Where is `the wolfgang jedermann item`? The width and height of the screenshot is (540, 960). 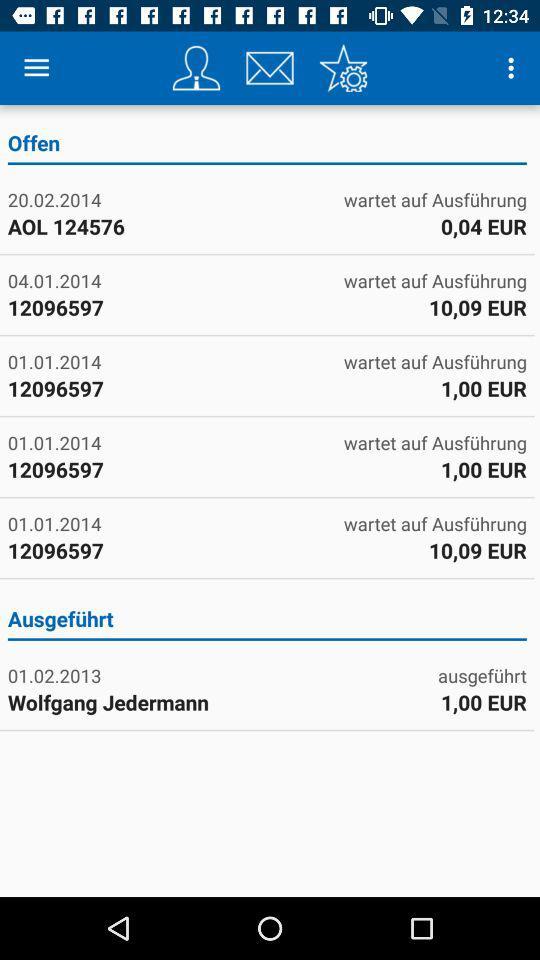
the wolfgang jedermann item is located at coordinates (135, 702).